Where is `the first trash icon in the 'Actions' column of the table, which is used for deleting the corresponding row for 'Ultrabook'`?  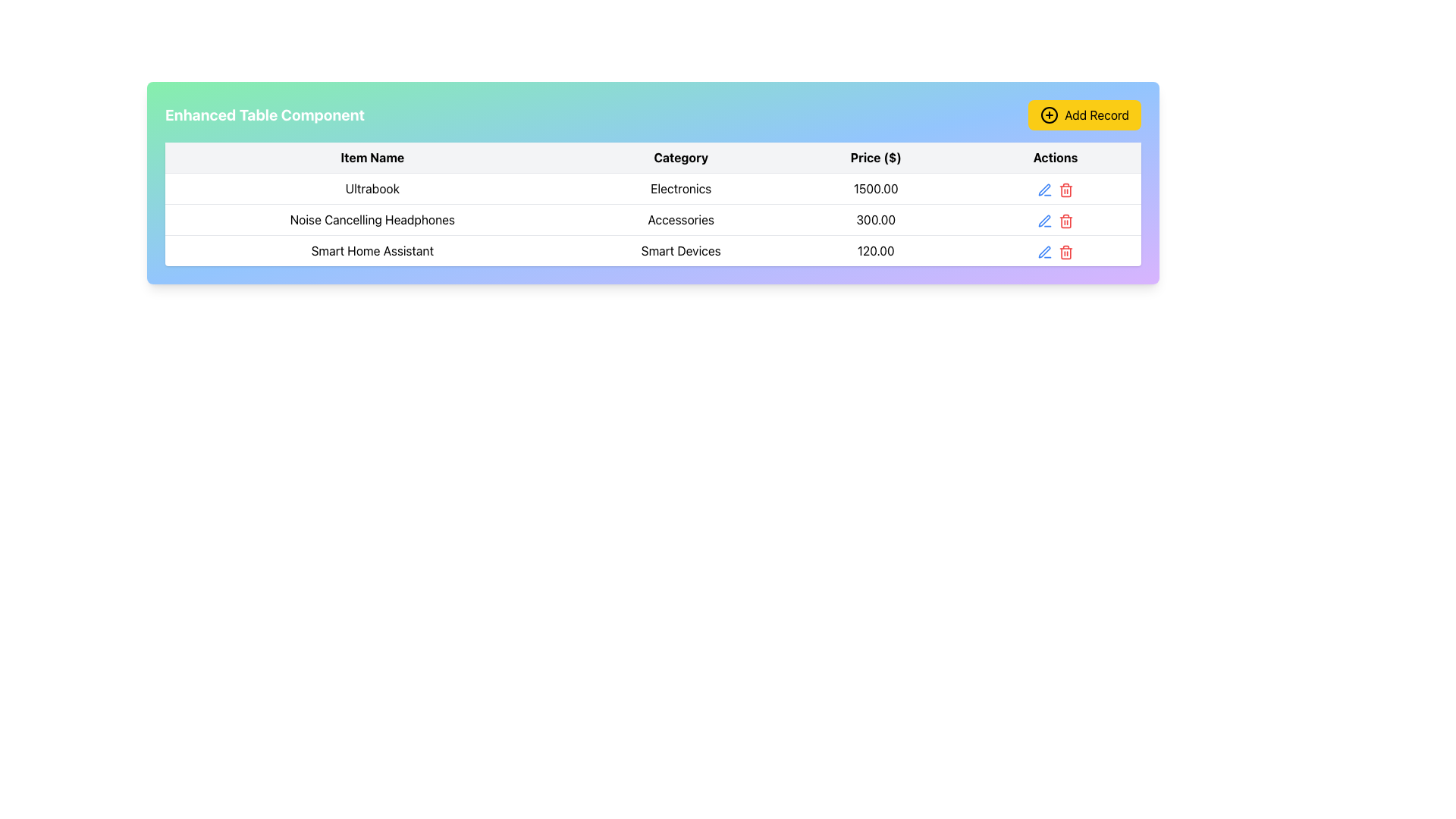
the first trash icon in the 'Actions' column of the table, which is used for deleting the corresponding row for 'Ultrabook' is located at coordinates (1065, 189).